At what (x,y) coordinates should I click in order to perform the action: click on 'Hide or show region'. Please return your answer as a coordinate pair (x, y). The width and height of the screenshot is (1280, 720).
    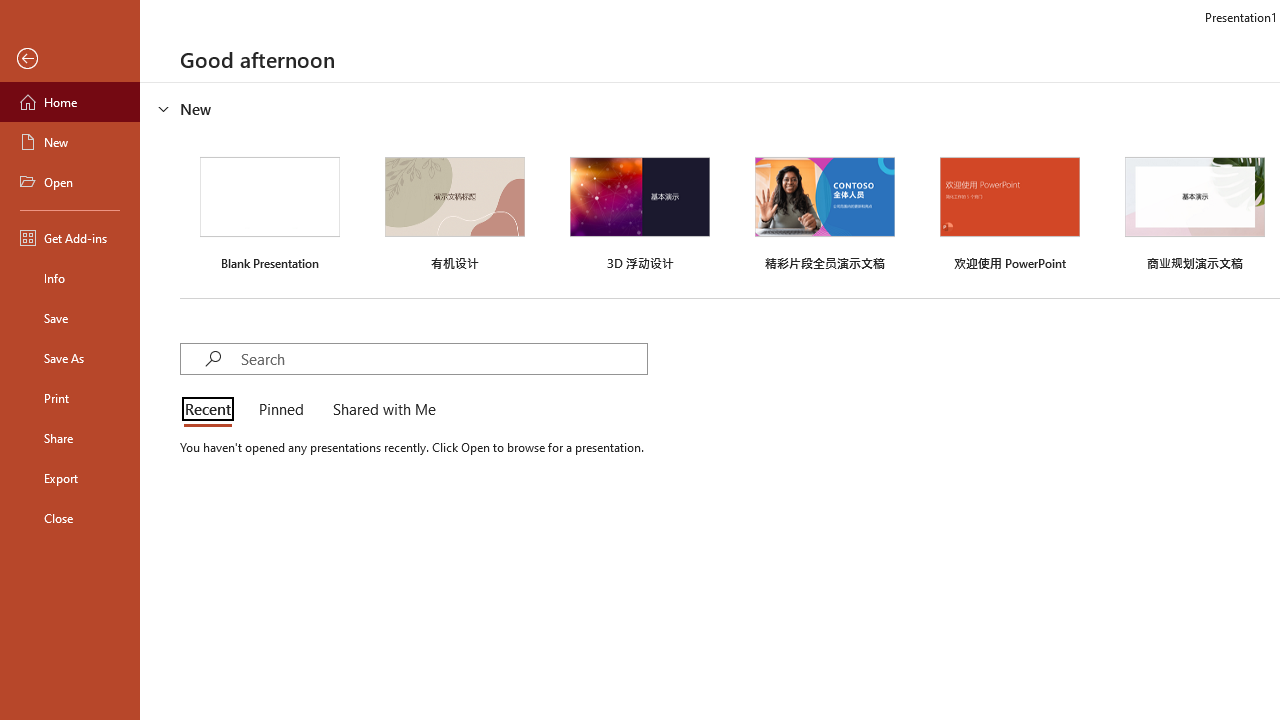
    Looking at the image, I should click on (164, 109).